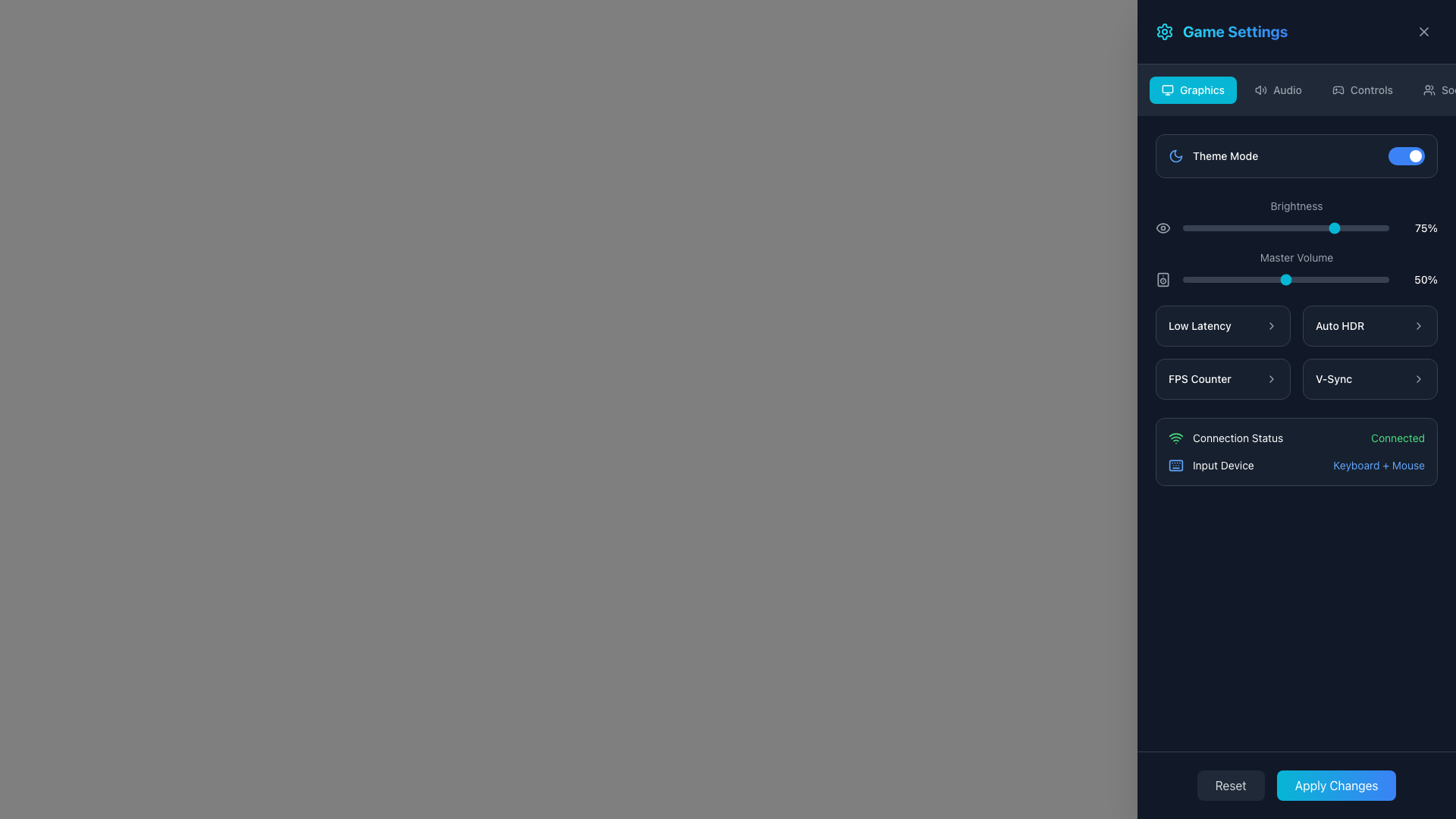 This screenshot has height=819, width=1456. I want to click on the text label that reads 'Keyboard + Mouse', styled in a small font size and blue color, located in the lower-right quadrant of the interface, to the right of the label 'Input Device', so click(1379, 464).